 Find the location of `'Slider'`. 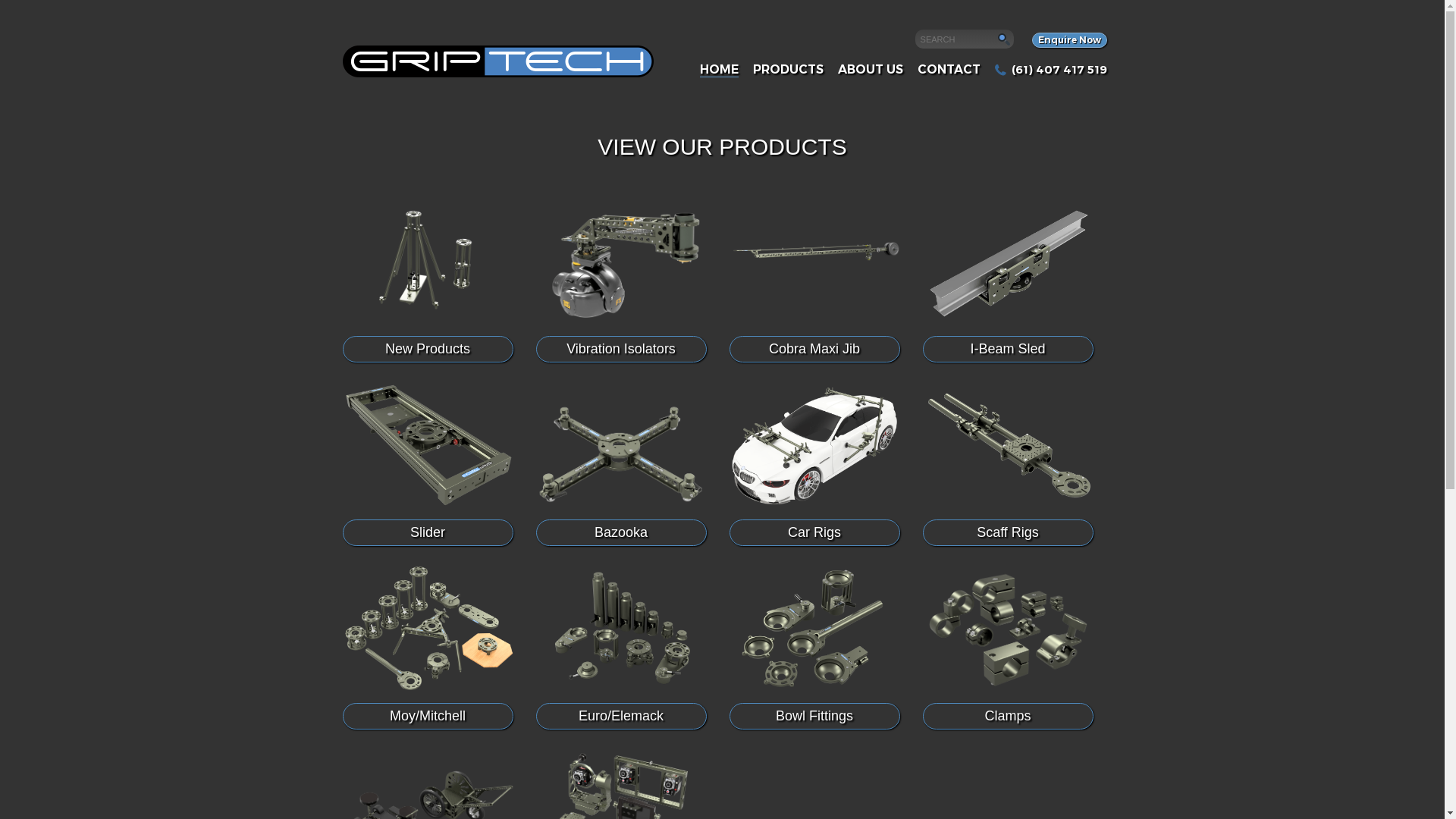

'Slider' is located at coordinates (341, 463).